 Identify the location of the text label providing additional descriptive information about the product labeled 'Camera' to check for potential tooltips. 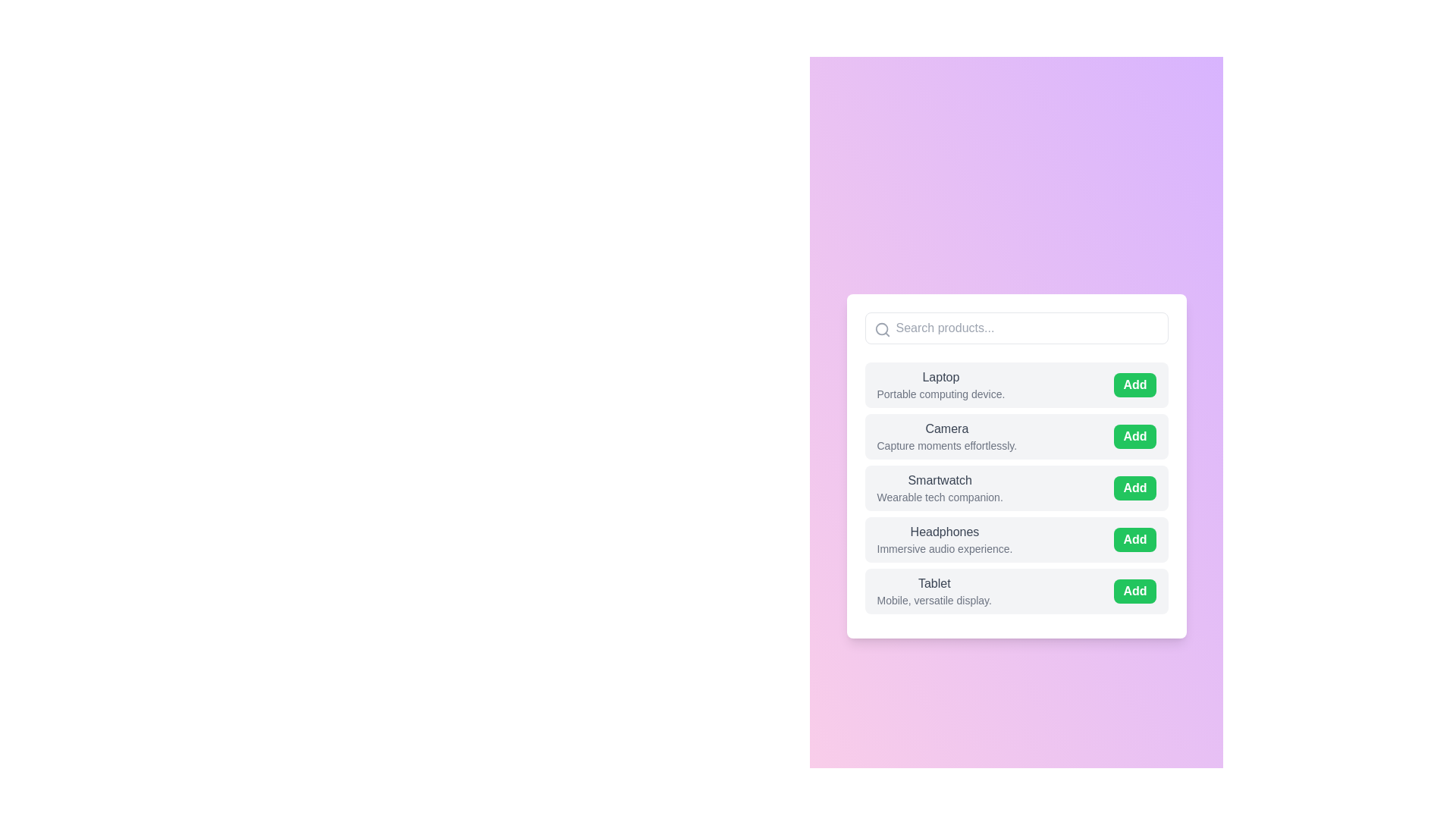
(946, 444).